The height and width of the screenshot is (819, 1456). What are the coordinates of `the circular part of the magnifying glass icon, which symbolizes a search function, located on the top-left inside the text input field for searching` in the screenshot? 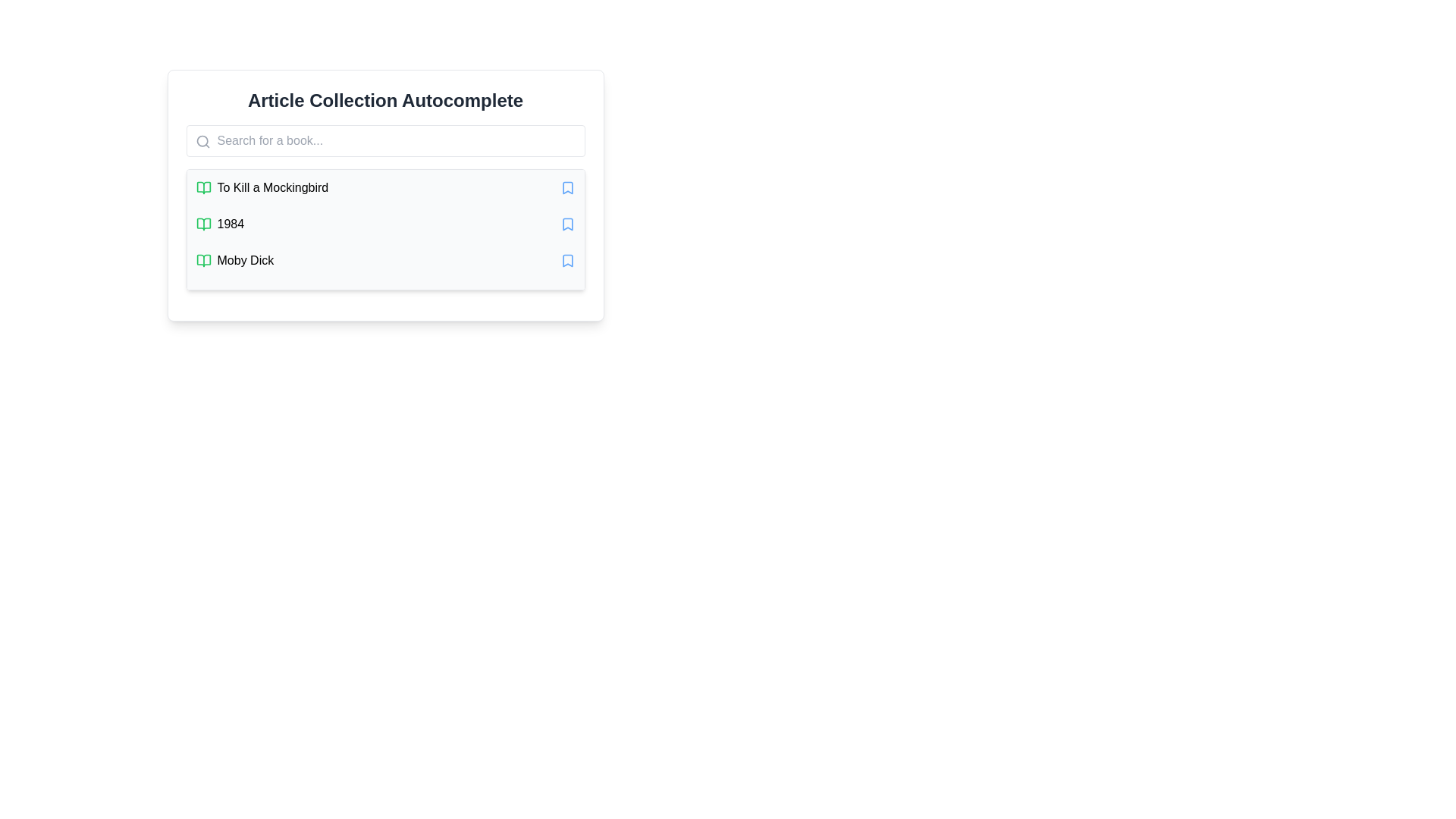 It's located at (201, 141).